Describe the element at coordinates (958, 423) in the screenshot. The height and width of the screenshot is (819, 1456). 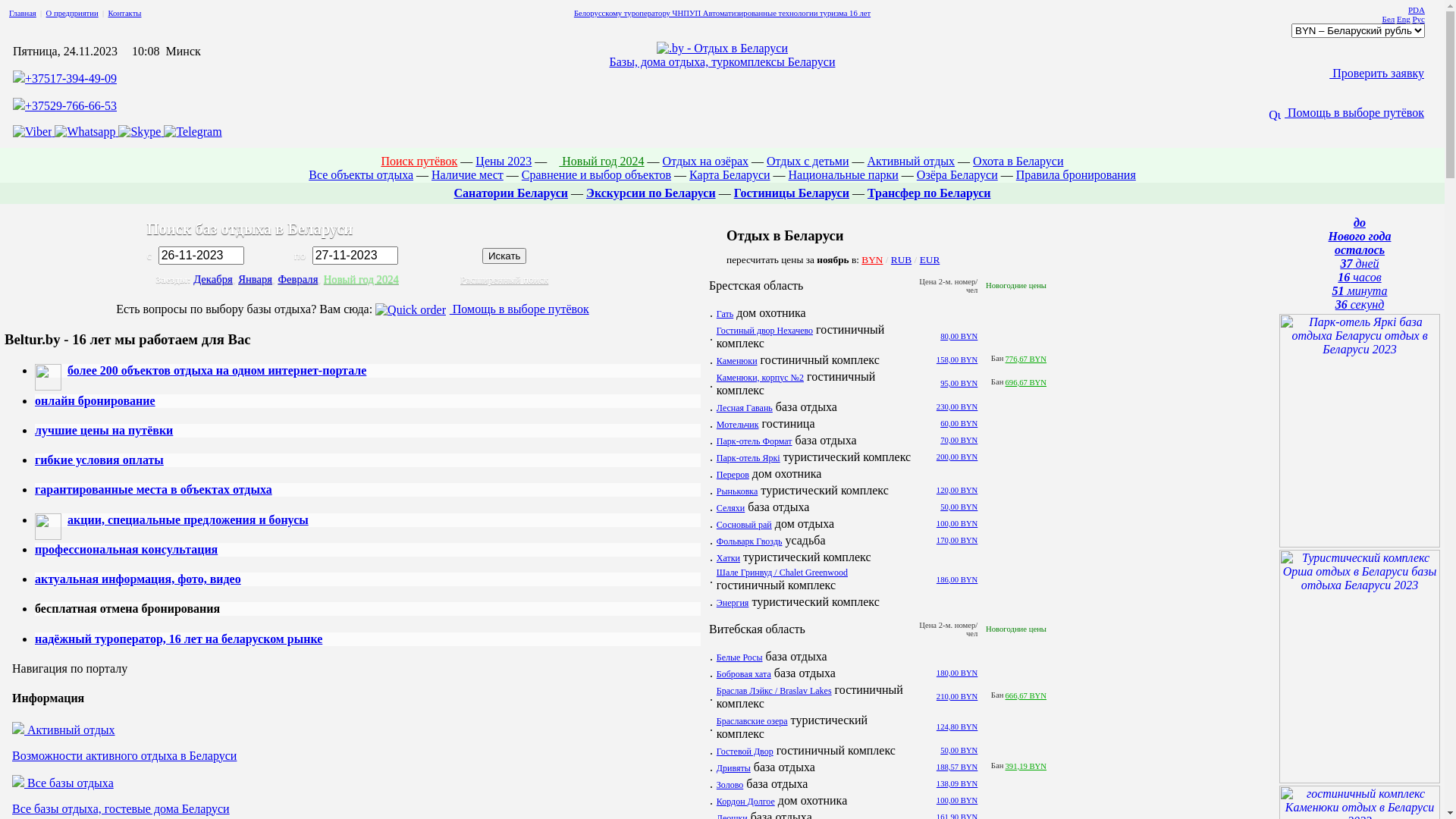
I see `'60,00 BYN'` at that location.